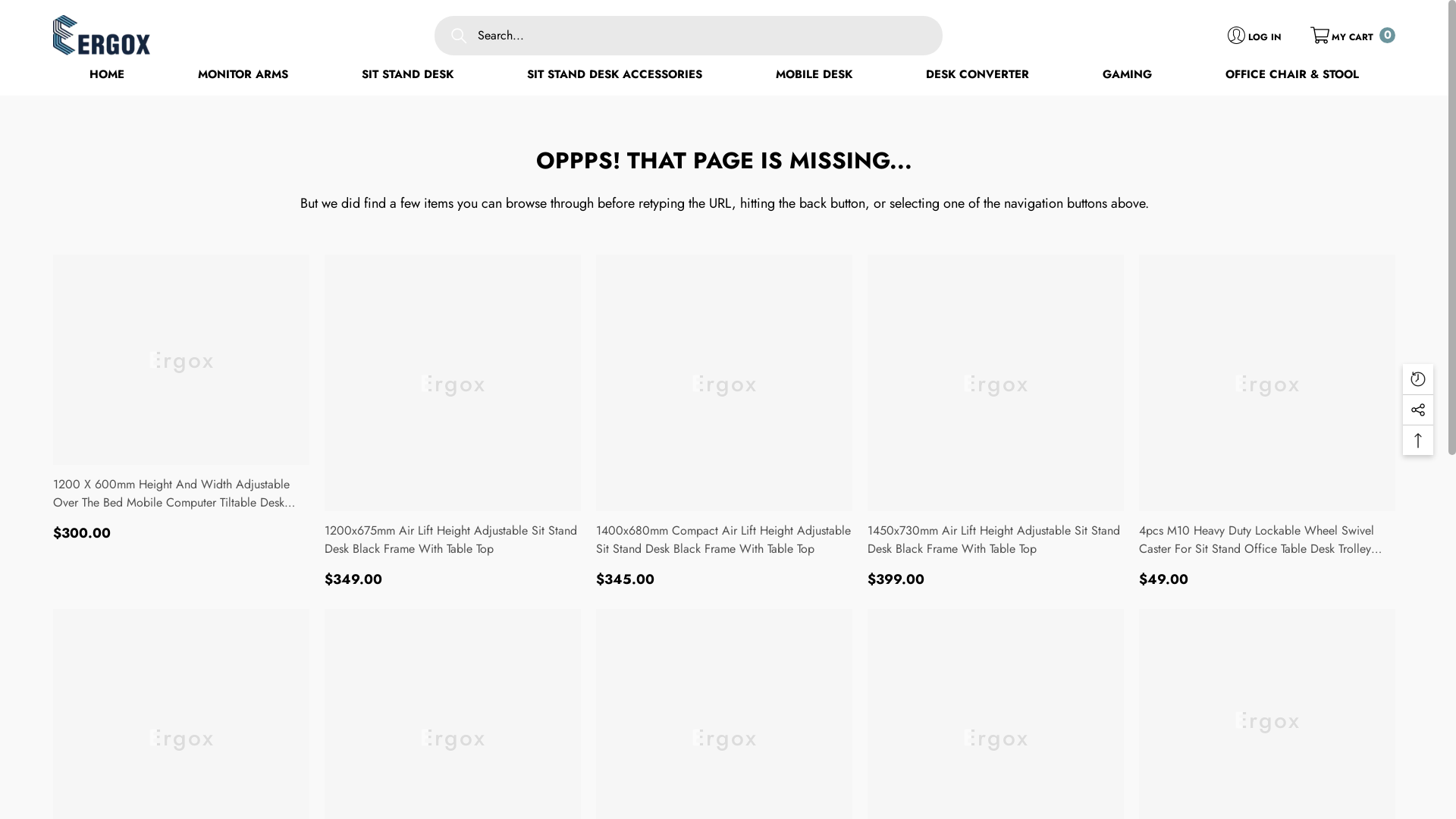 Image resolution: width=1456 pixels, height=819 pixels. I want to click on 'MY CART, so click(1353, 34).